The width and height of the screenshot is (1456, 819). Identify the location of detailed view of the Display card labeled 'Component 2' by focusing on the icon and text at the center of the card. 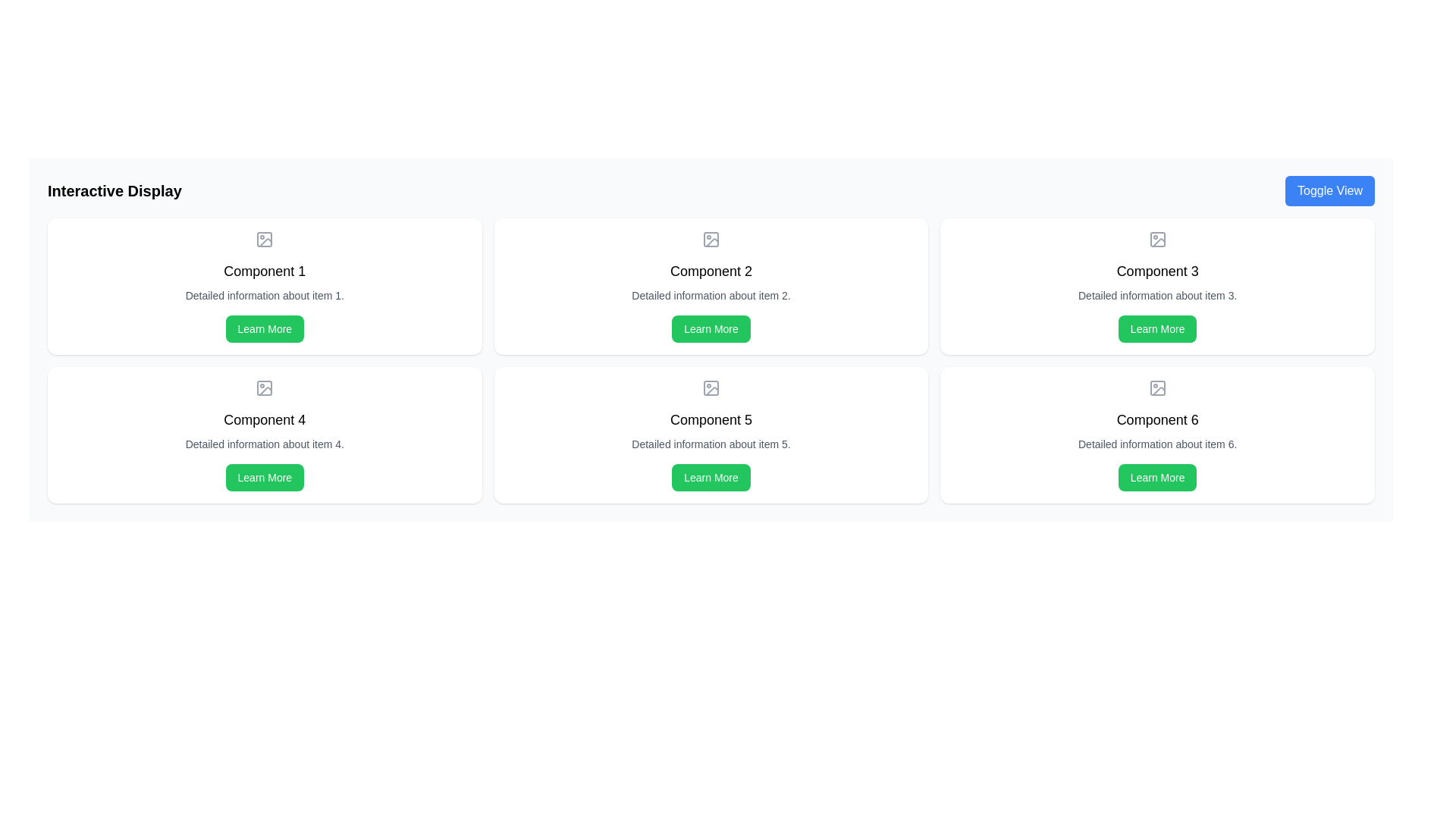
(710, 287).